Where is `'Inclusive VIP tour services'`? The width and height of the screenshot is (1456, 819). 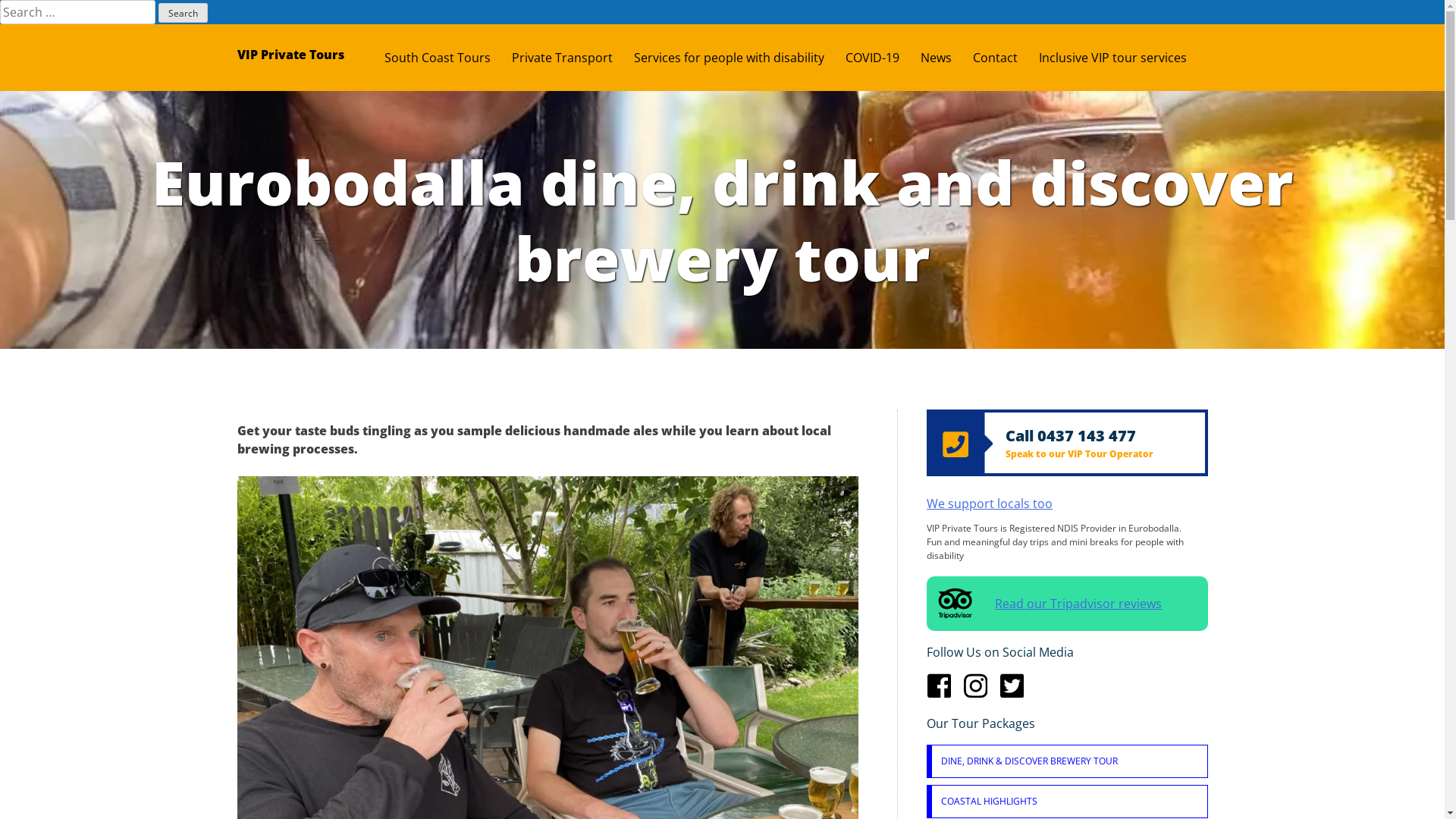
'Inclusive VIP tour services' is located at coordinates (1123, 57).